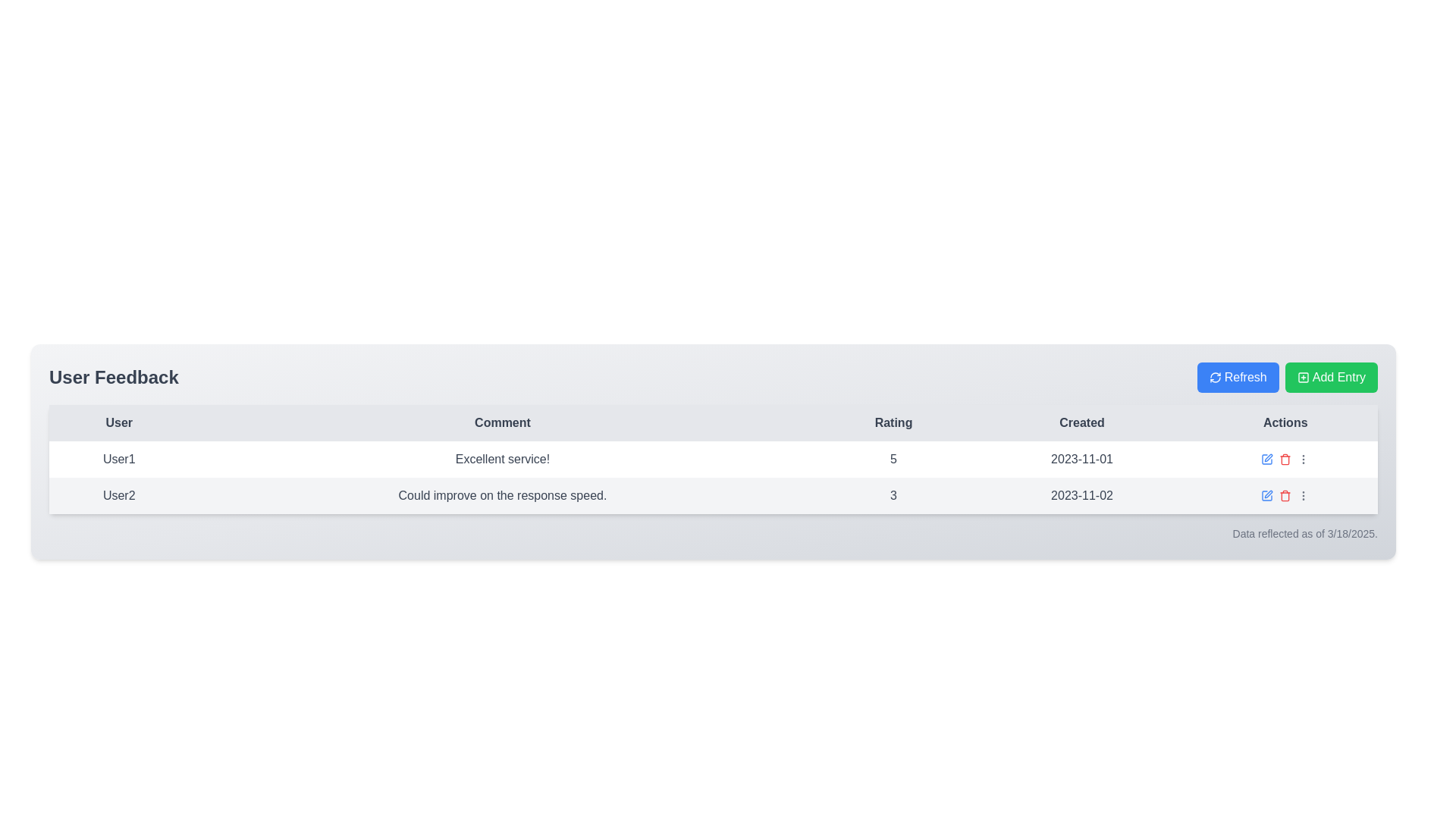 Image resolution: width=1456 pixels, height=819 pixels. I want to click on the visual representation of the 'Refresh' icon located on the blue 'Refresh' button near the top-right corner of the interface, so click(1215, 376).